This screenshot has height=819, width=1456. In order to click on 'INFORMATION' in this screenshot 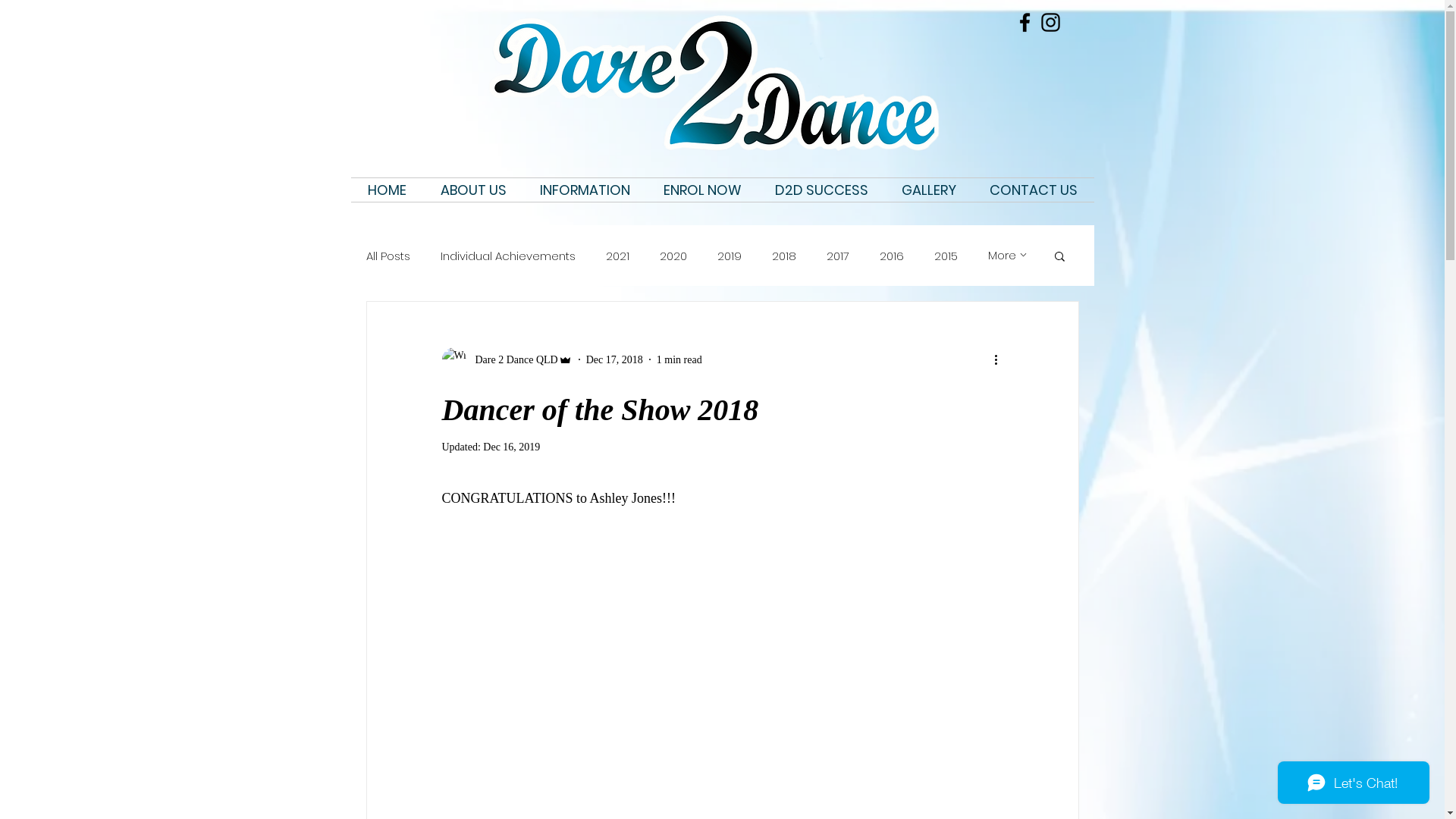, I will do `click(523, 189)`.